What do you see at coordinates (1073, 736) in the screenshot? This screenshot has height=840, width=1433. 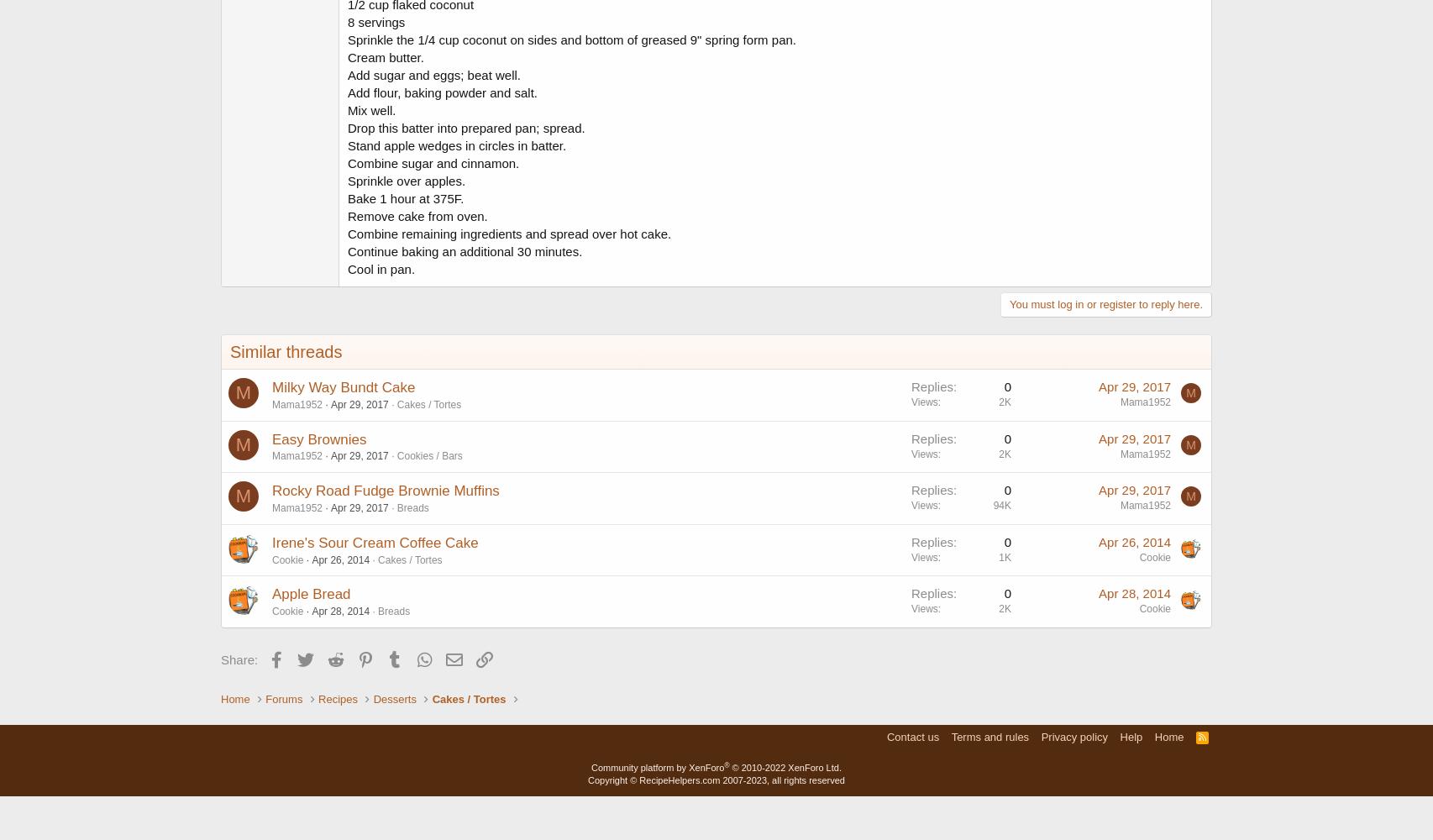 I see `'Privacy policy'` at bounding box center [1073, 736].